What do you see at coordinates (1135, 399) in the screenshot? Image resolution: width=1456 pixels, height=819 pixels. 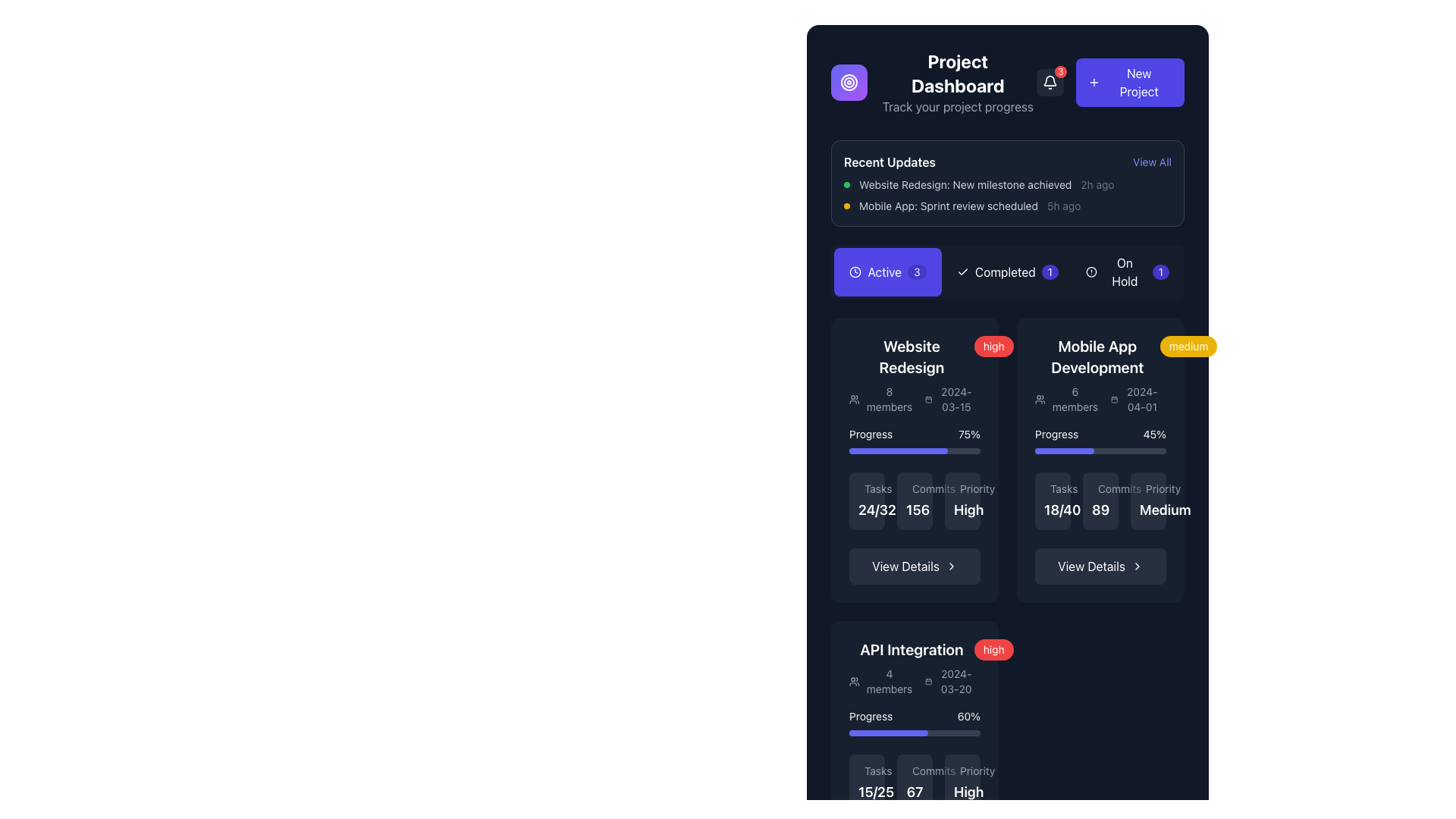 I see `or interpret the calendar icon located` at bounding box center [1135, 399].